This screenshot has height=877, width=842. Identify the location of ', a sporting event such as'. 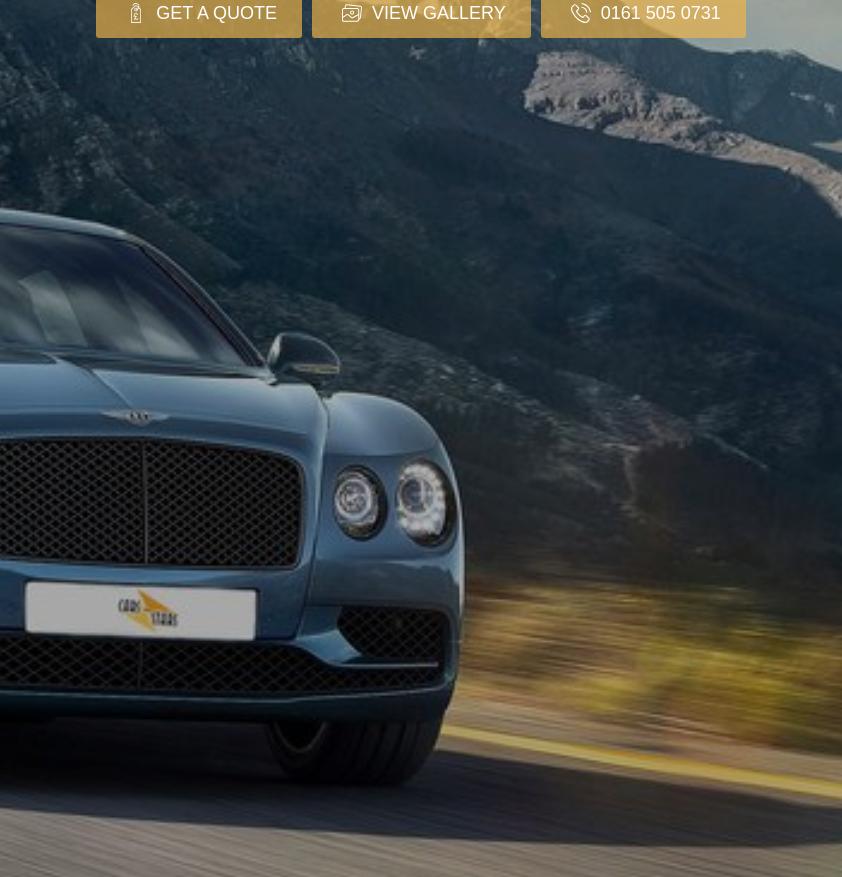
(194, 403).